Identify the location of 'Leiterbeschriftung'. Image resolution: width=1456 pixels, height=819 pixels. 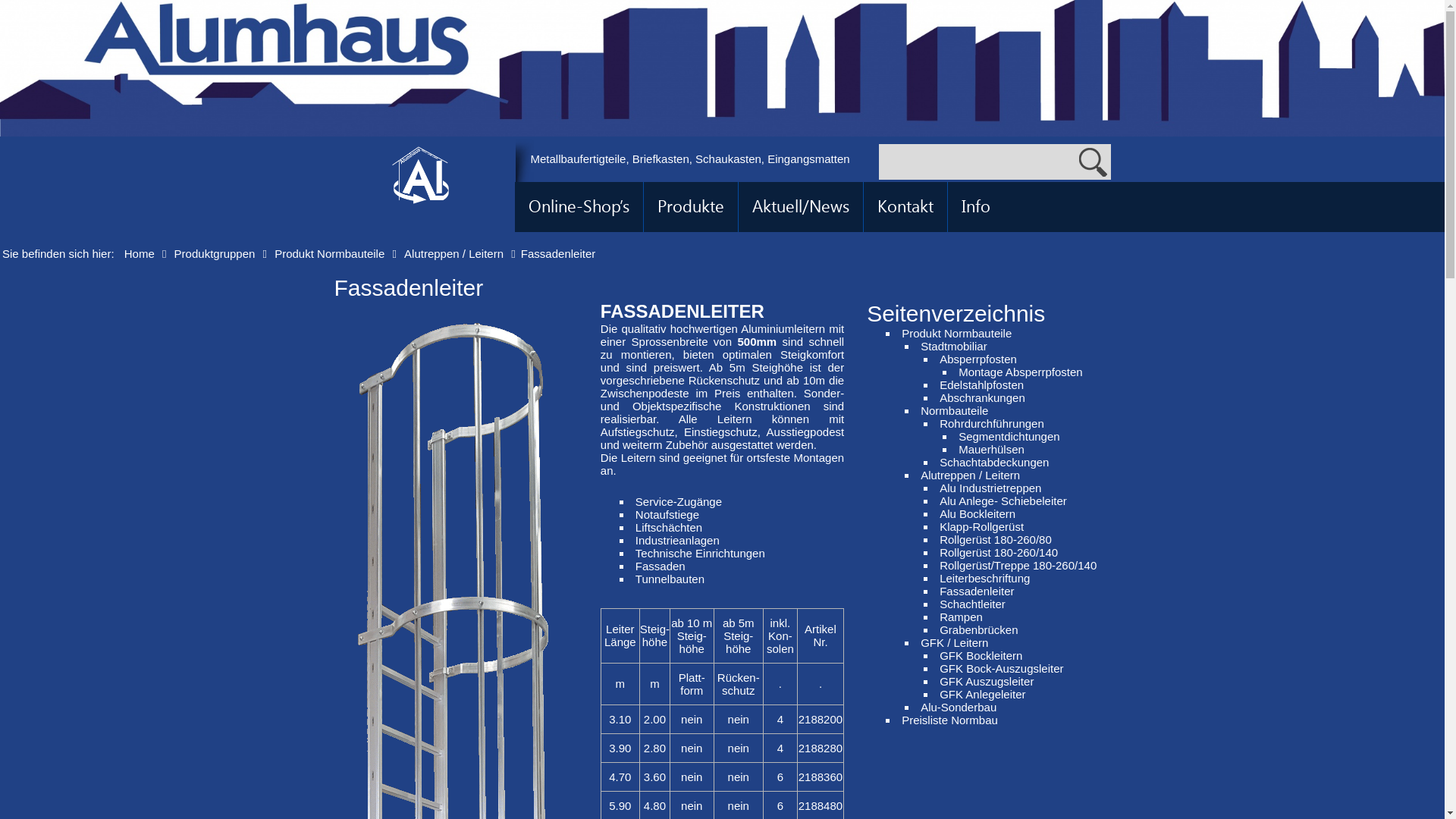
(984, 578).